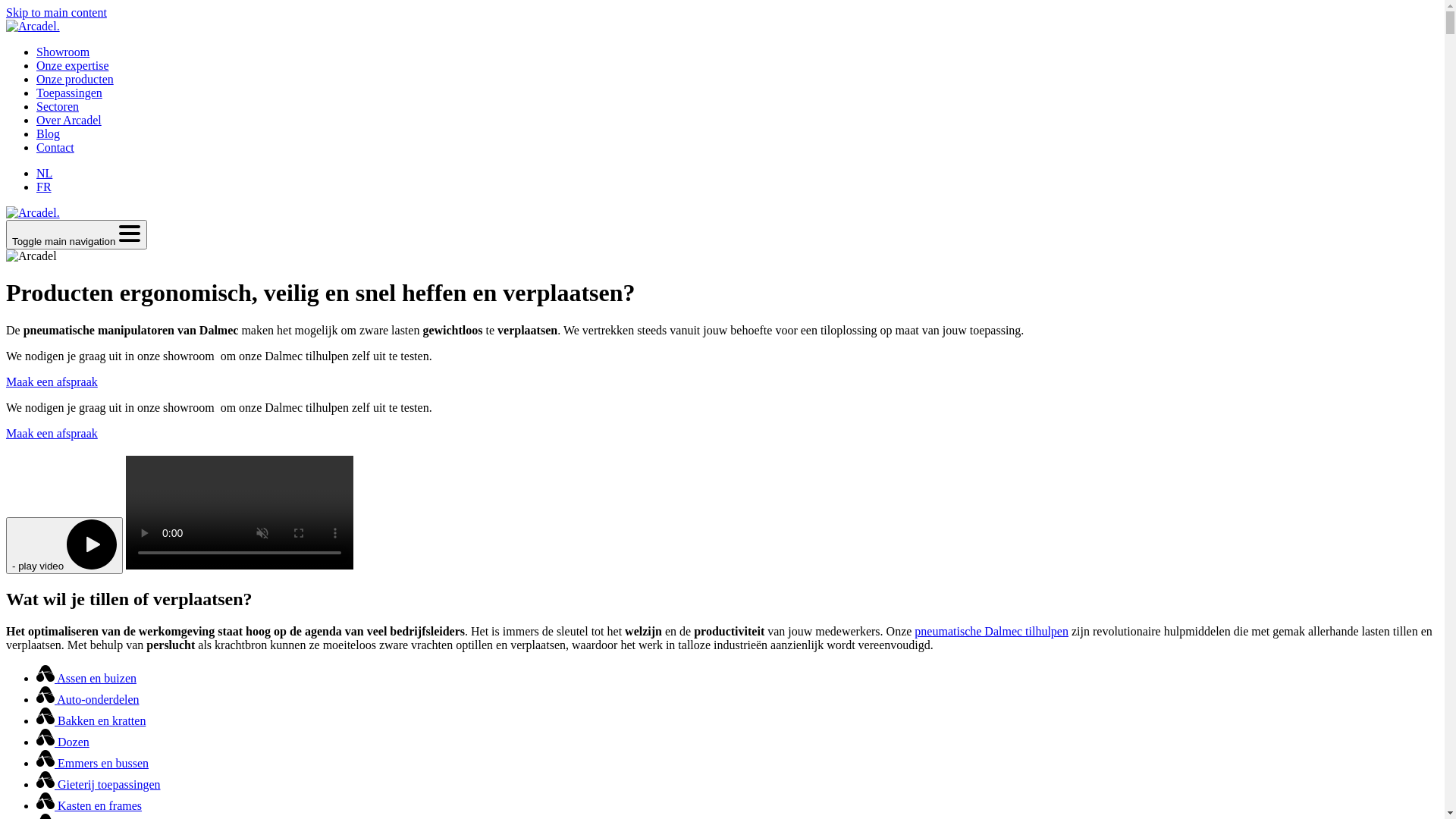 Image resolution: width=1456 pixels, height=819 pixels. Describe the element at coordinates (55, 147) in the screenshot. I see `'Contact'` at that location.